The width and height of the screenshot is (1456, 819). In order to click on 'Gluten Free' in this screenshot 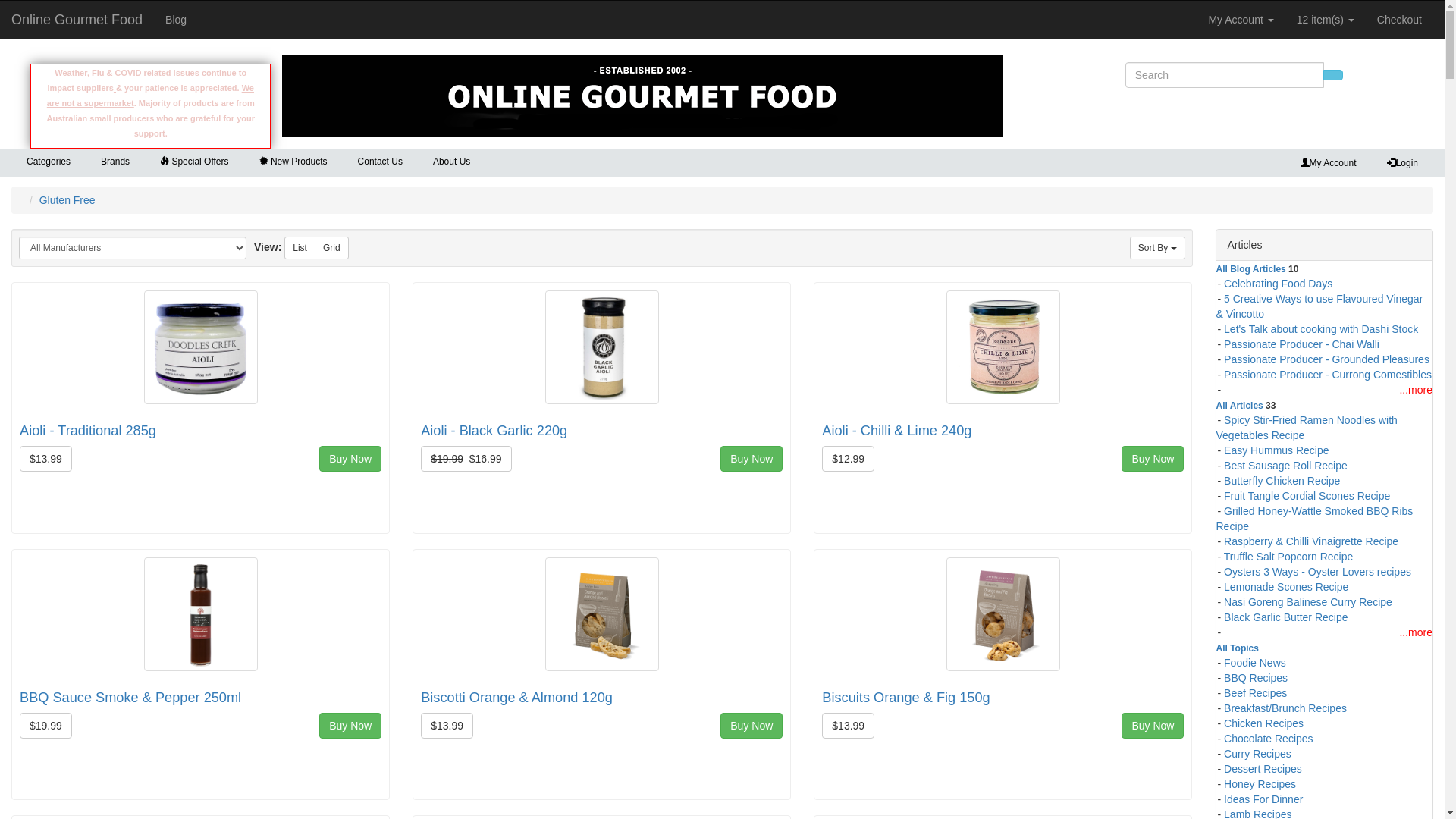, I will do `click(67, 199)`.